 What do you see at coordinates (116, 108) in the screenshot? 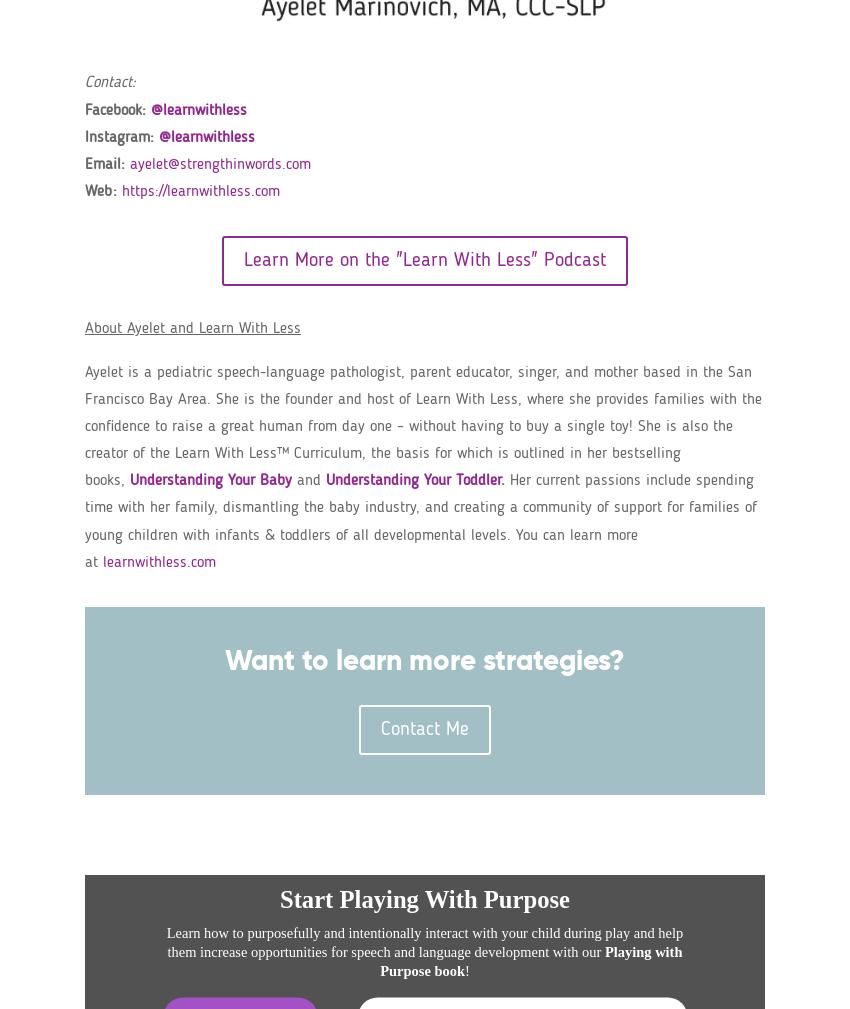
I see `'Facebook:'` at bounding box center [116, 108].